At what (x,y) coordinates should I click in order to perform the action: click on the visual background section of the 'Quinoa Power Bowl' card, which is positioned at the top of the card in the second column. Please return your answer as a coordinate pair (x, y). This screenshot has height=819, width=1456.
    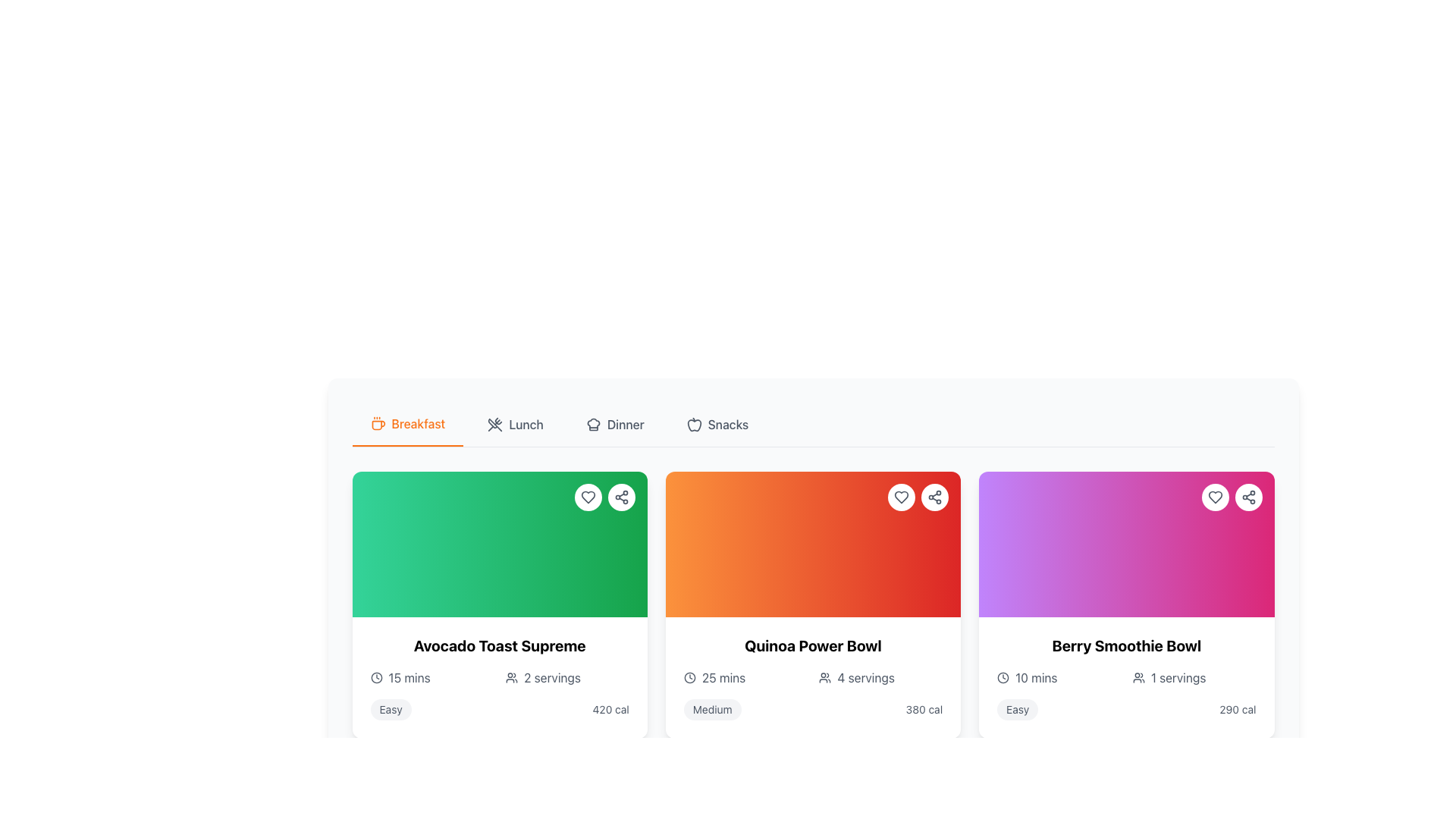
    Looking at the image, I should click on (812, 543).